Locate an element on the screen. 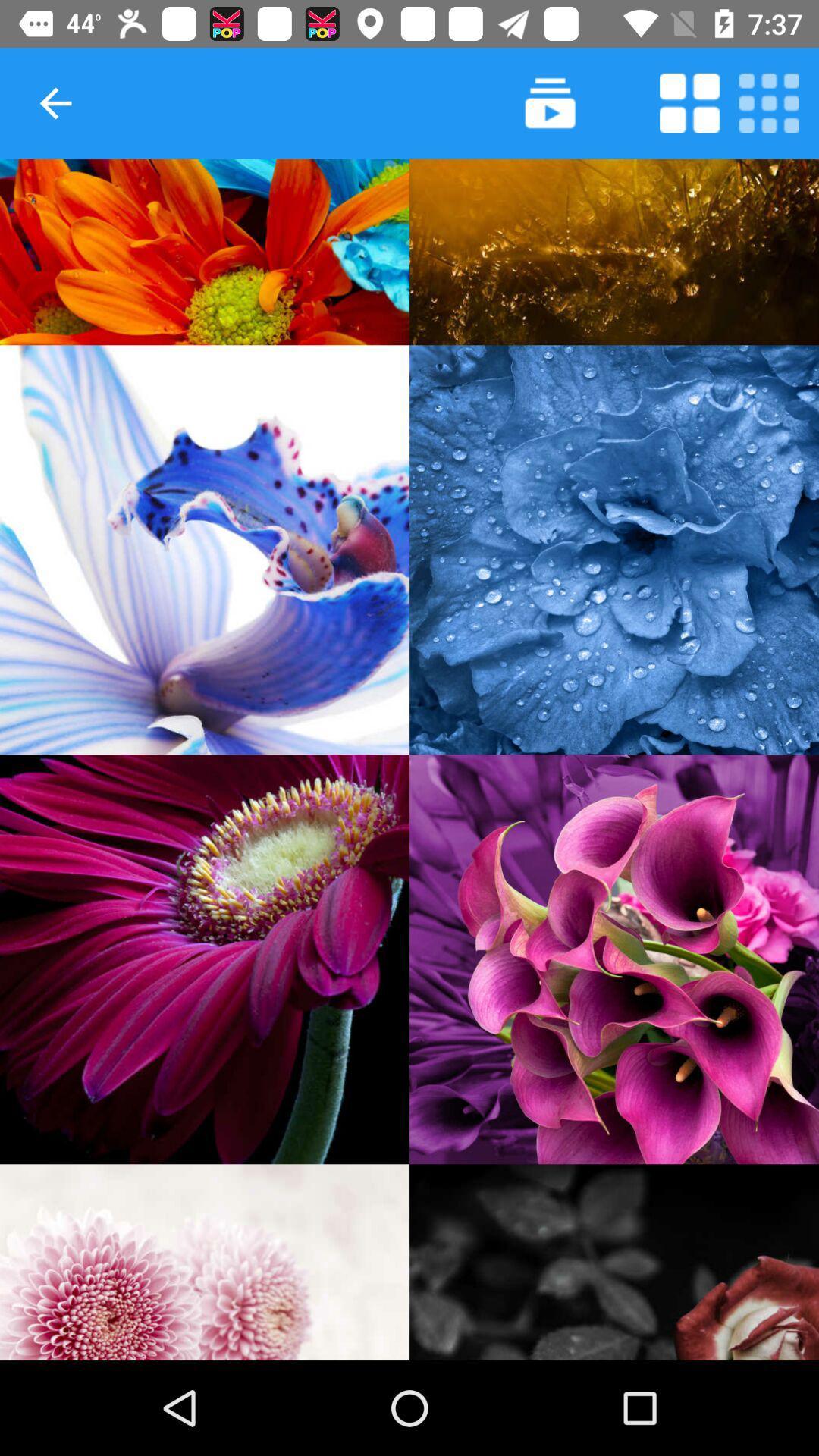  slideshow is located at coordinates (550, 102).